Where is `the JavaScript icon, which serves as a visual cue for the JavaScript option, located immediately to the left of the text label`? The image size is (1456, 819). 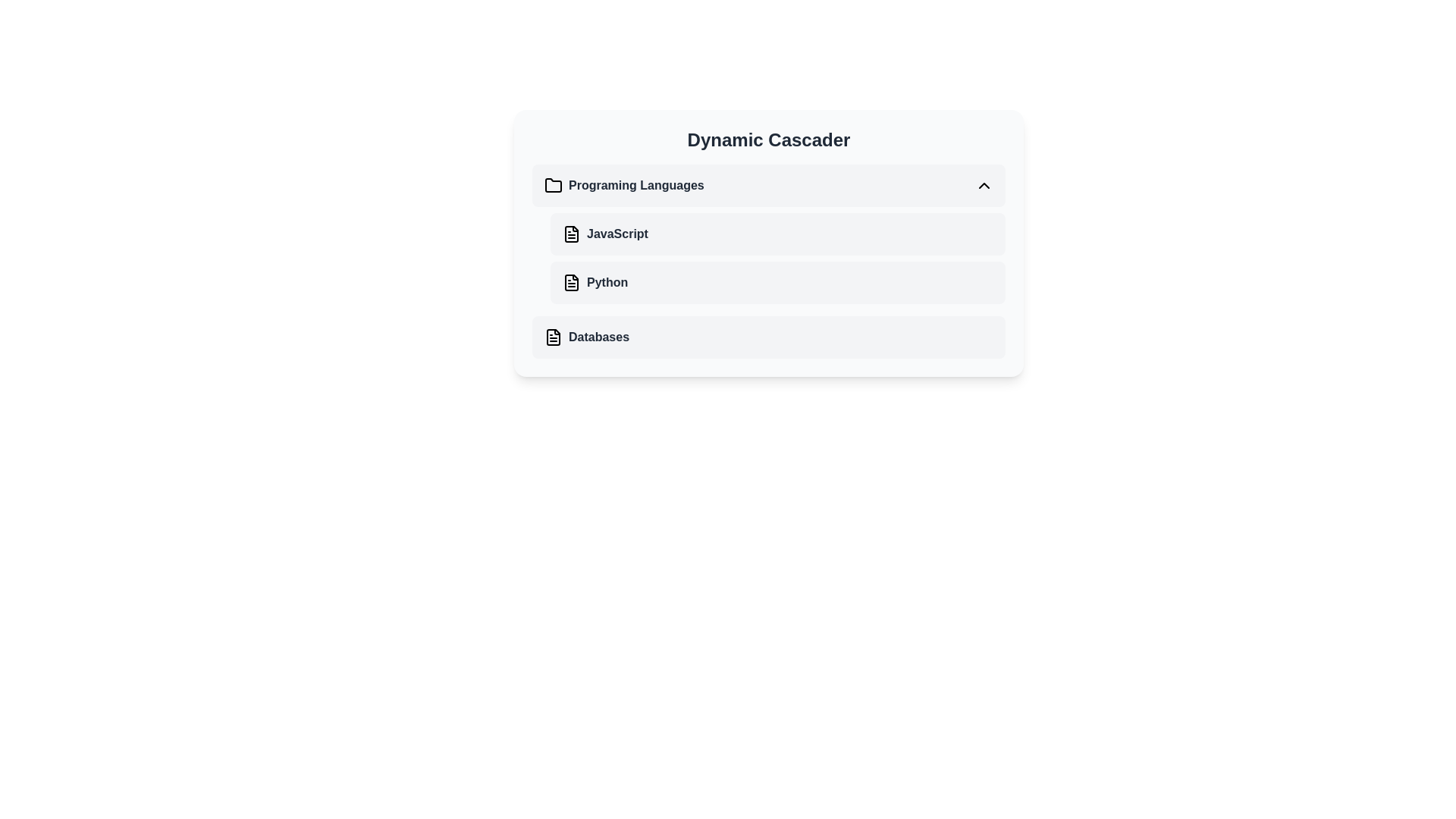 the JavaScript icon, which serves as a visual cue for the JavaScript option, located immediately to the left of the text label is located at coordinates (570, 234).